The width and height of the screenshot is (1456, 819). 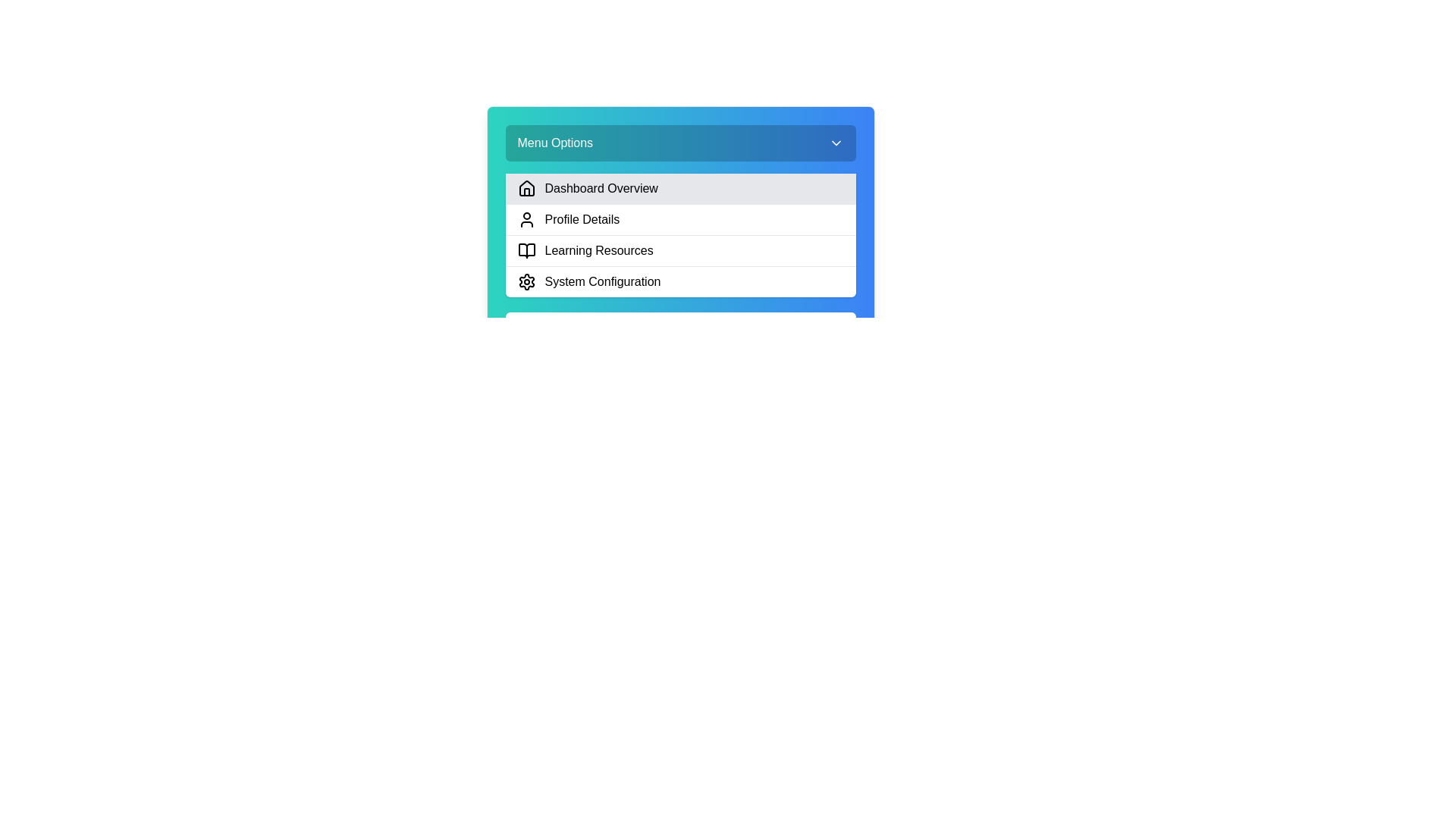 I want to click on the 'Learning Resources' icon, which is the third icon in the horizontal menu list, positioned to the left of the text 'Learning Resources', so click(x=526, y=250).